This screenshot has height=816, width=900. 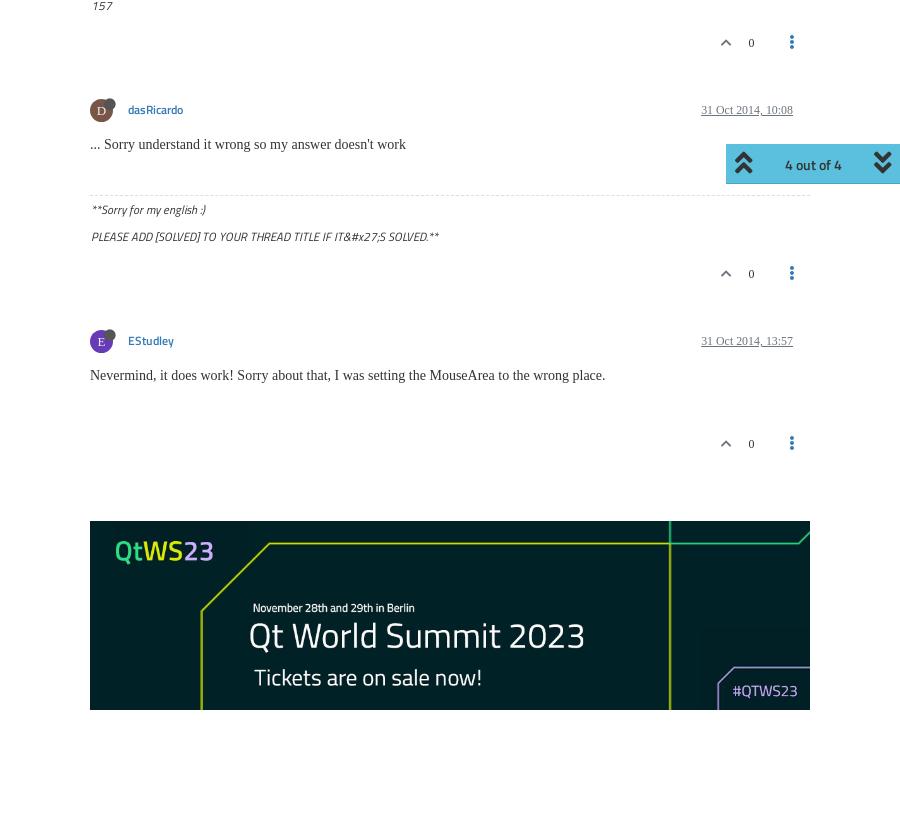 I want to click on '... Sorry understand it wrong so my answer doesn't work', so click(x=246, y=143).